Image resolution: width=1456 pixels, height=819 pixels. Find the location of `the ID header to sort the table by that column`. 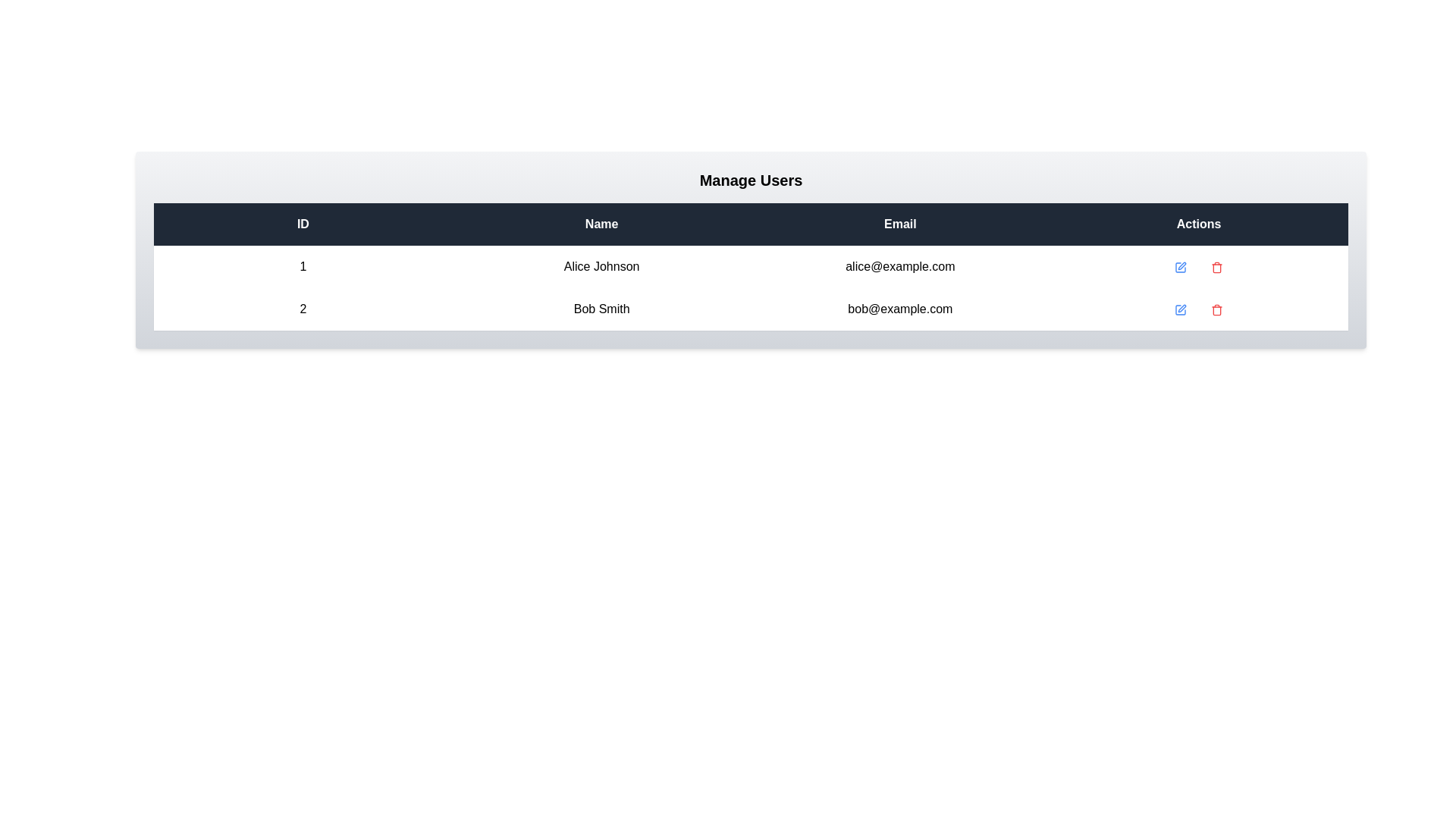

the ID header to sort the table by that column is located at coordinates (303, 224).